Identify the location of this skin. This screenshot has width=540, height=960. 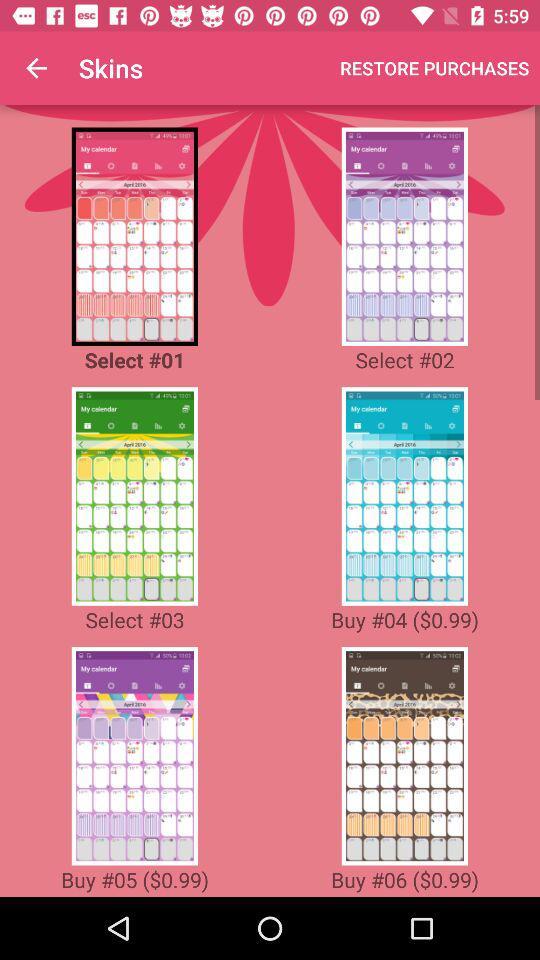
(404, 236).